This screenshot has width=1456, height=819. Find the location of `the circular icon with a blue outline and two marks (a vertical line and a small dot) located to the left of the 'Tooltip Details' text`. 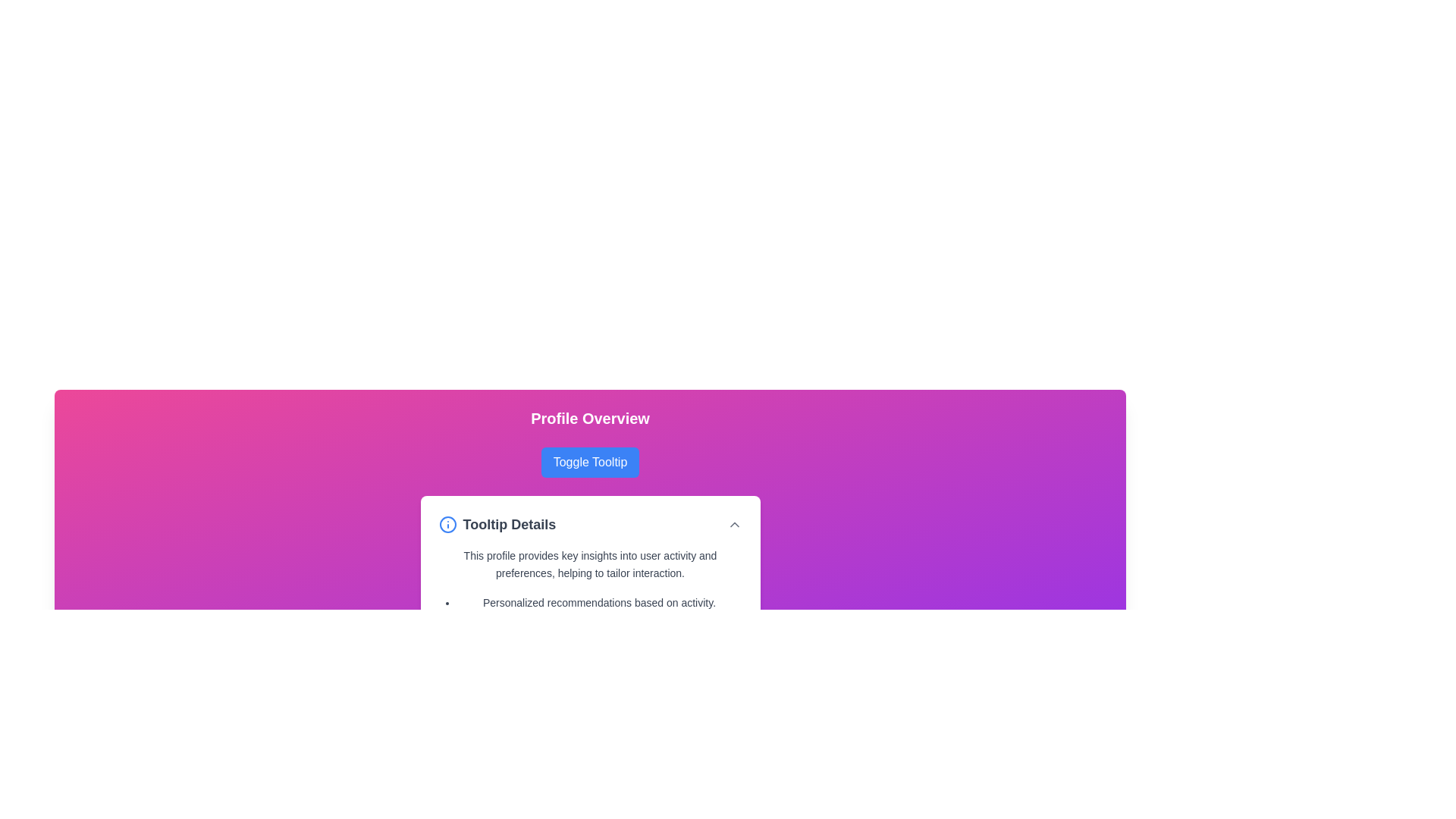

the circular icon with a blue outline and two marks (a vertical line and a small dot) located to the left of the 'Tooltip Details' text is located at coordinates (447, 523).